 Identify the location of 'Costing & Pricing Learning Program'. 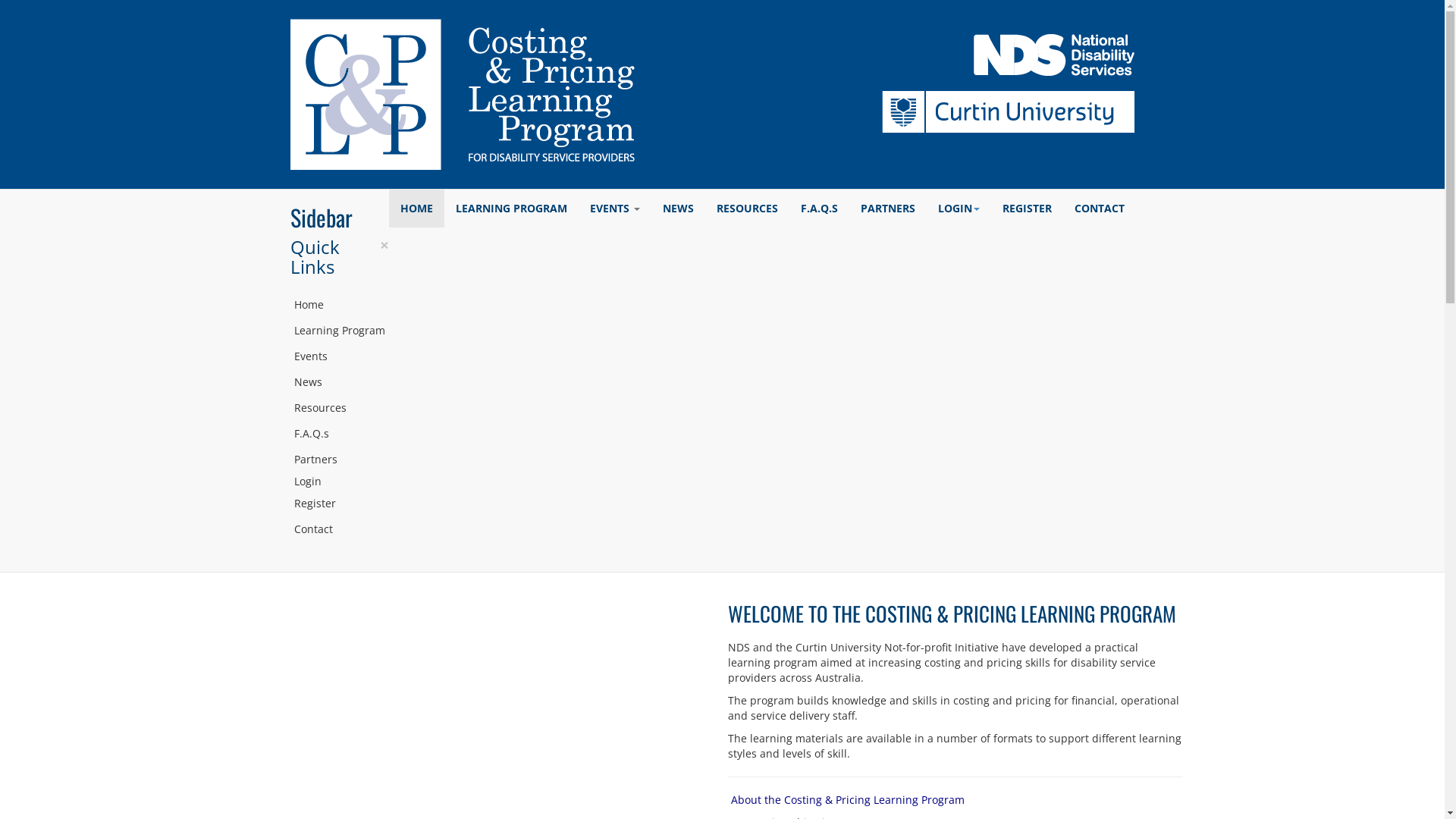
(461, 94).